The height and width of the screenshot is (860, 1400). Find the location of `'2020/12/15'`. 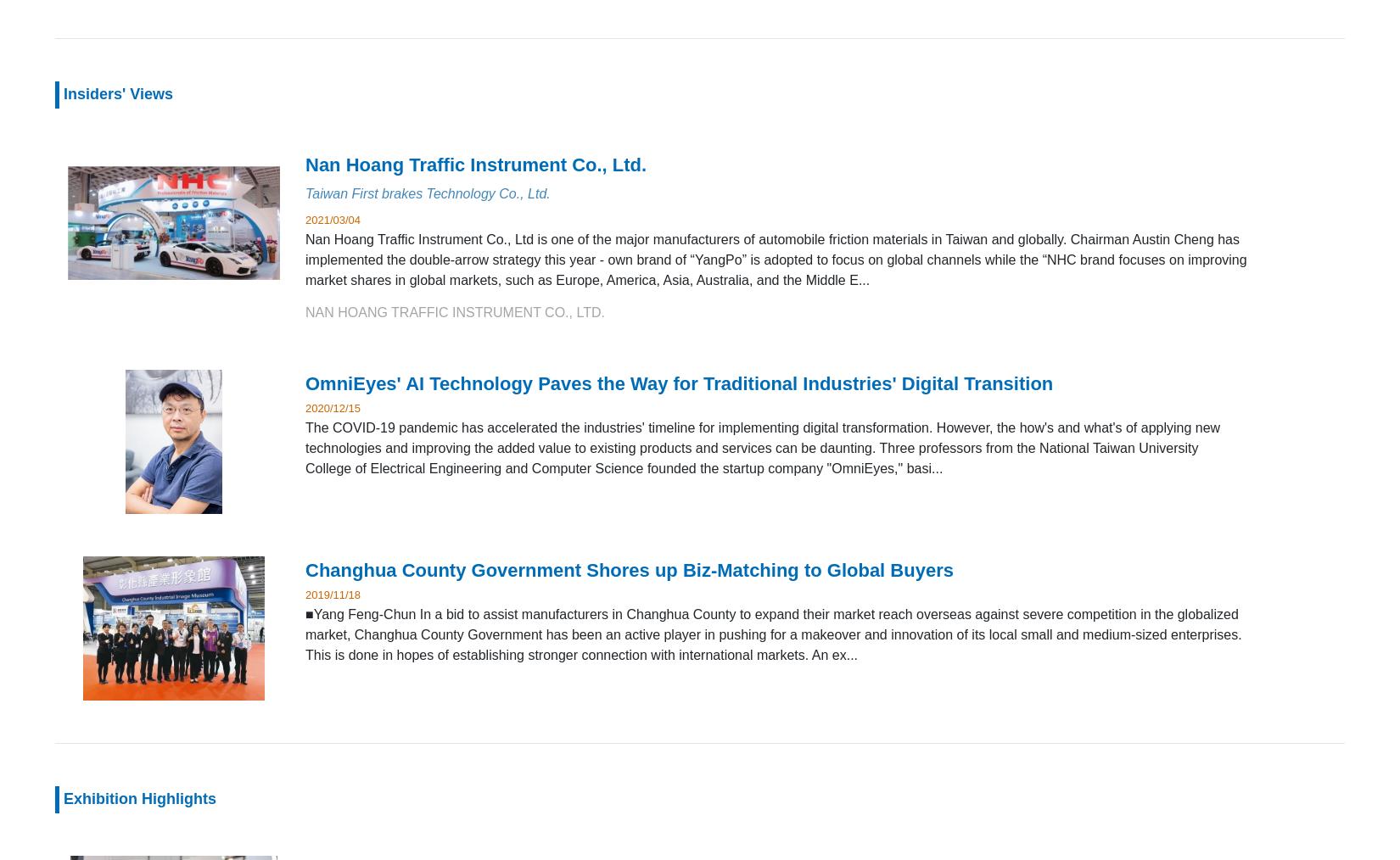

'2020/12/15' is located at coordinates (333, 407).